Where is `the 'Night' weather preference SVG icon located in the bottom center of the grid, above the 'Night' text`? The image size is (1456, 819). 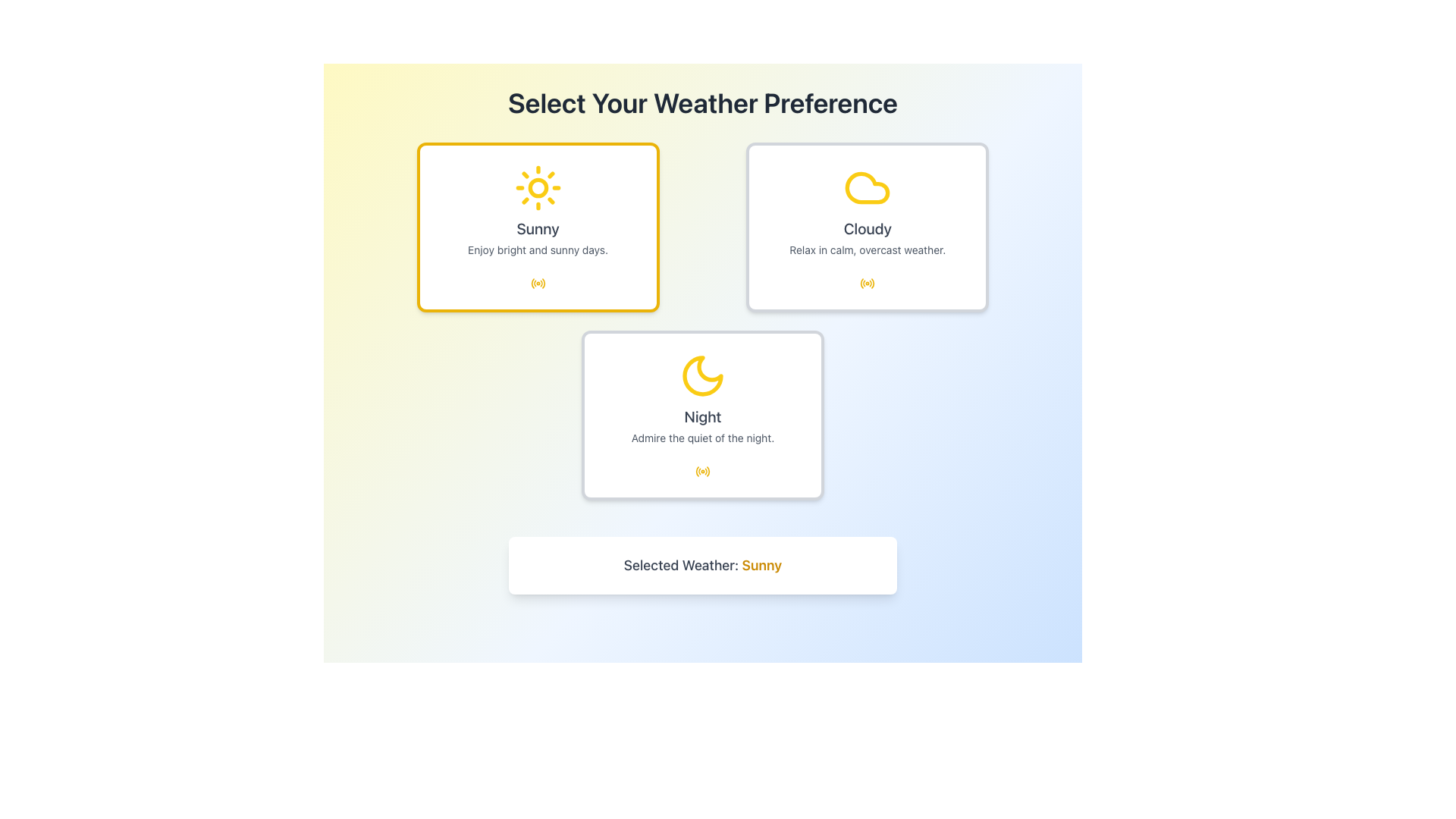
the 'Night' weather preference SVG icon located in the bottom center of the grid, above the 'Night' text is located at coordinates (701, 375).